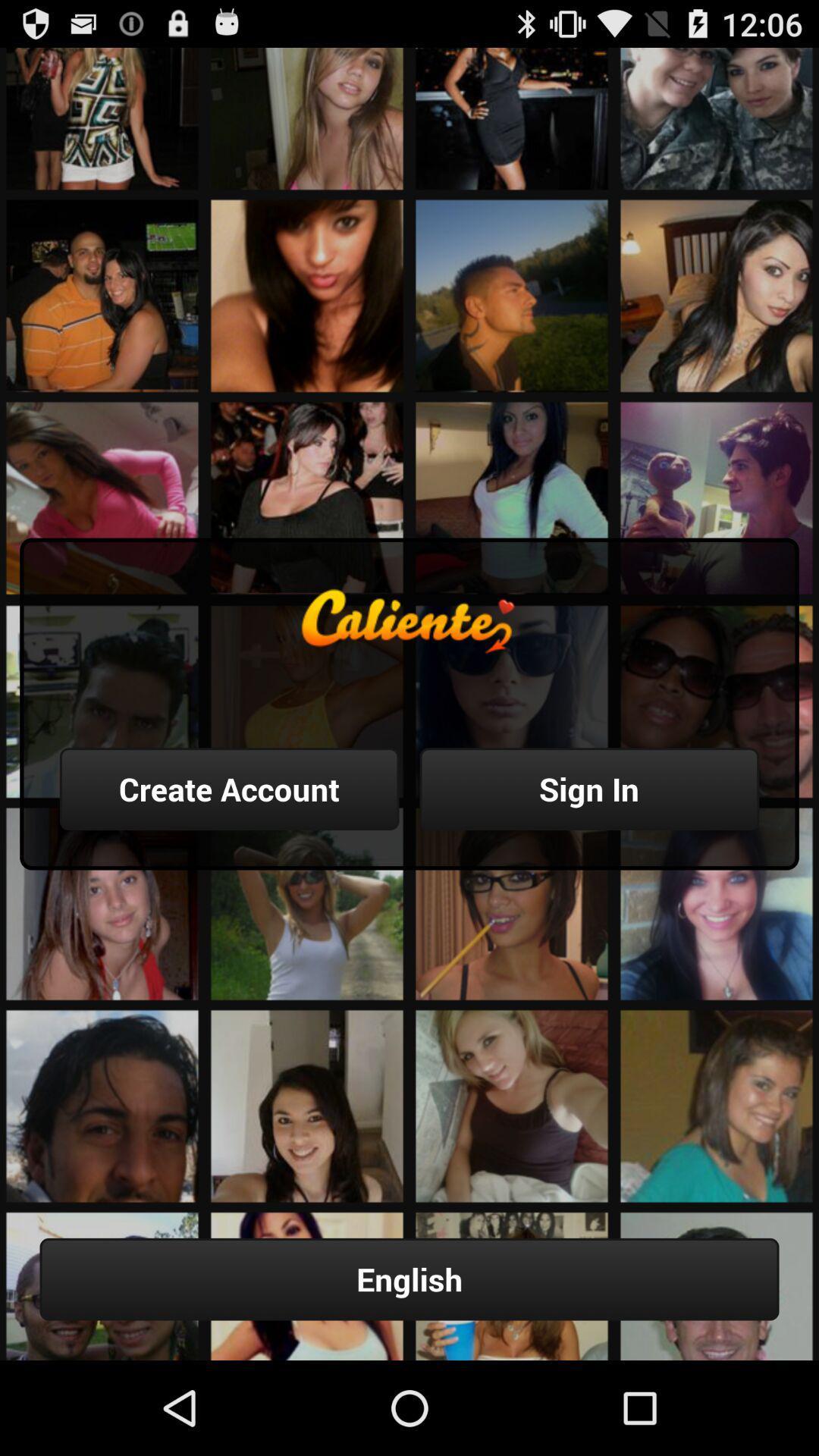 This screenshot has width=819, height=1456. Describe the element at coordinates (588, 789) in the screenshot. I see `sign in icon` at that location.